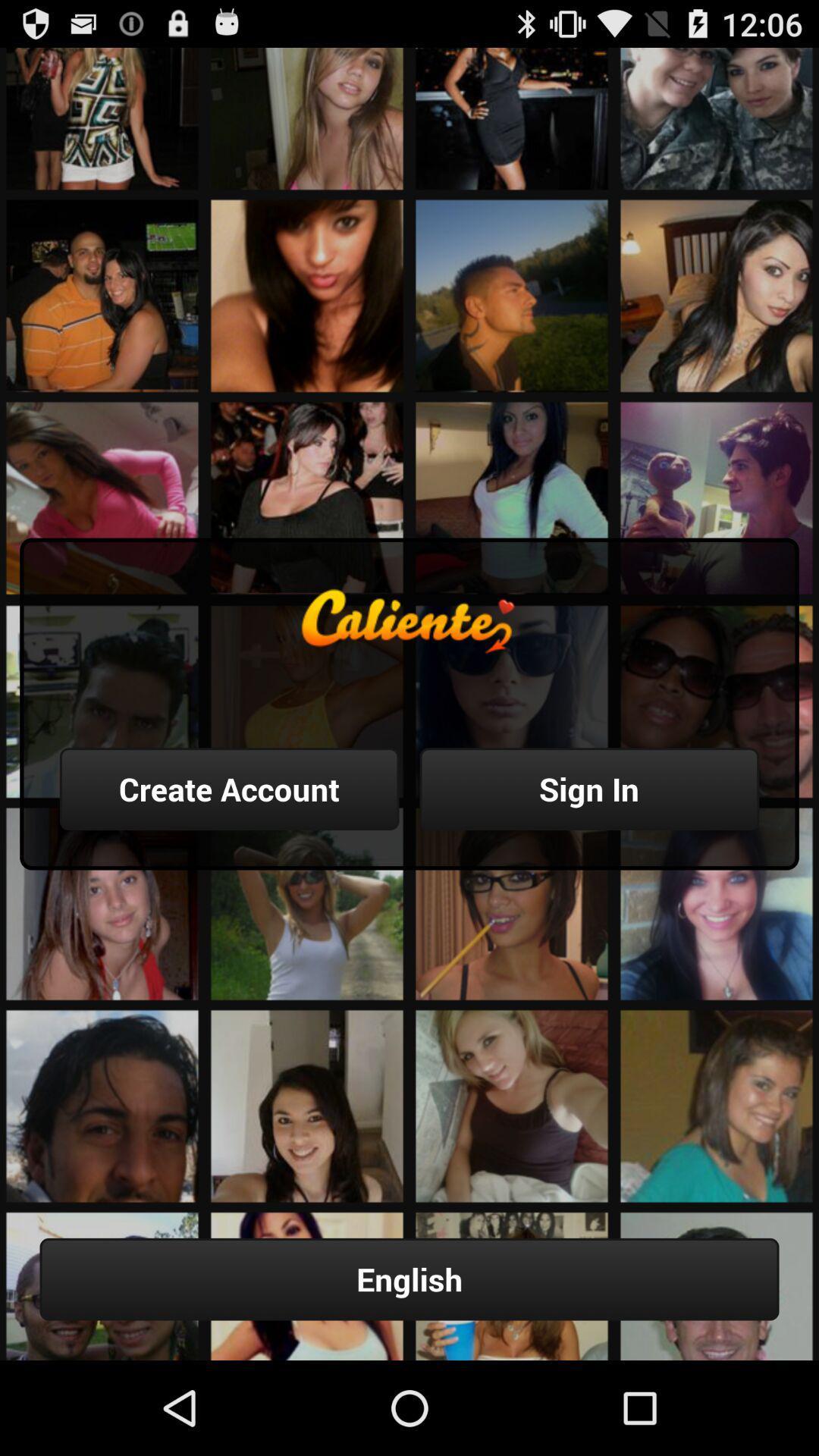 This screenshot has width=819, height=1456. Describe the element at coordinates (588, 789) in the screenshot. I see `sign in icon` at that location.